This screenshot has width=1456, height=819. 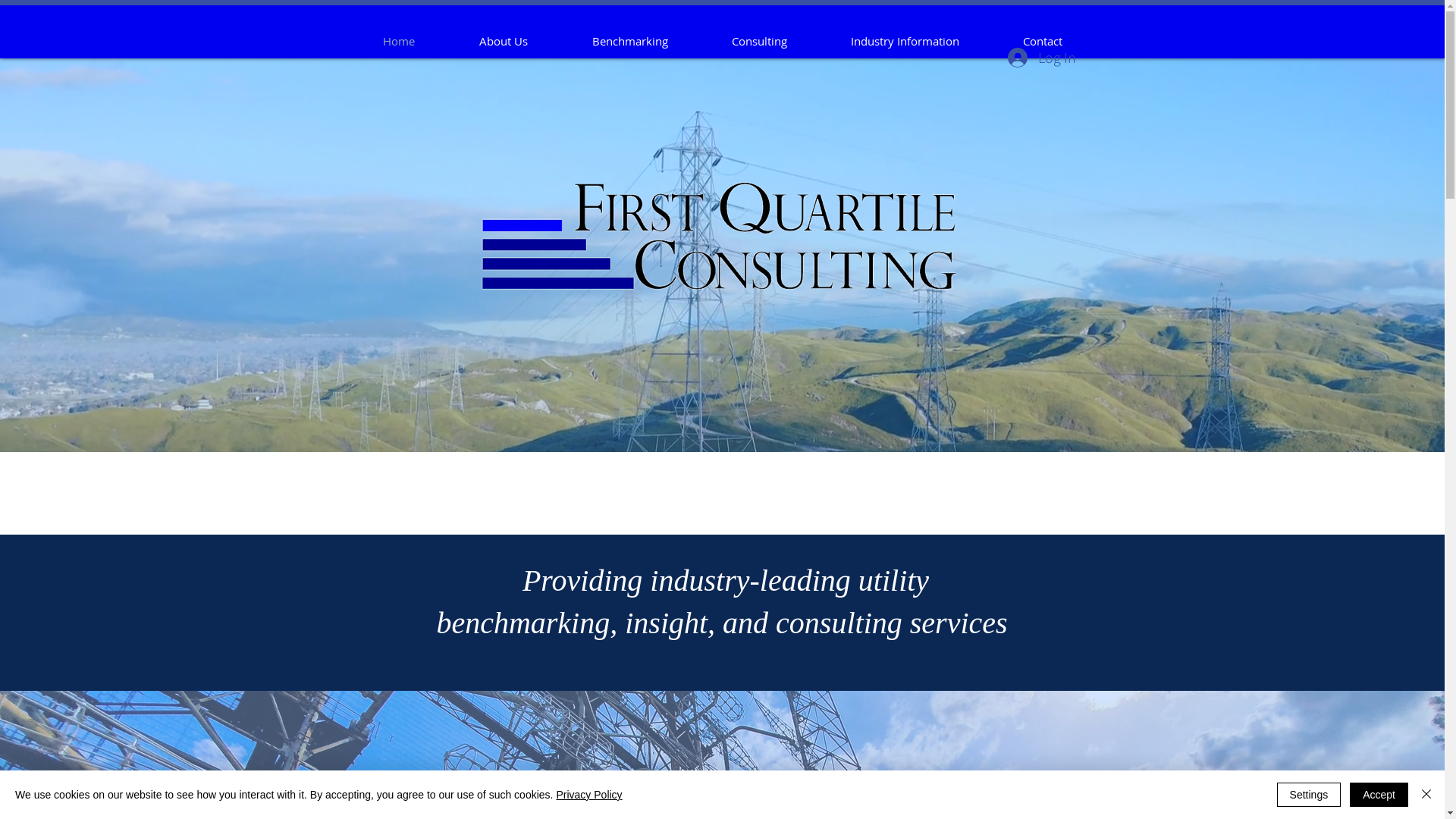 What do you see at coordinates (588, 794) in the screenshot?
I see `'Privacy Policy'` at bounding box center [588, 794].